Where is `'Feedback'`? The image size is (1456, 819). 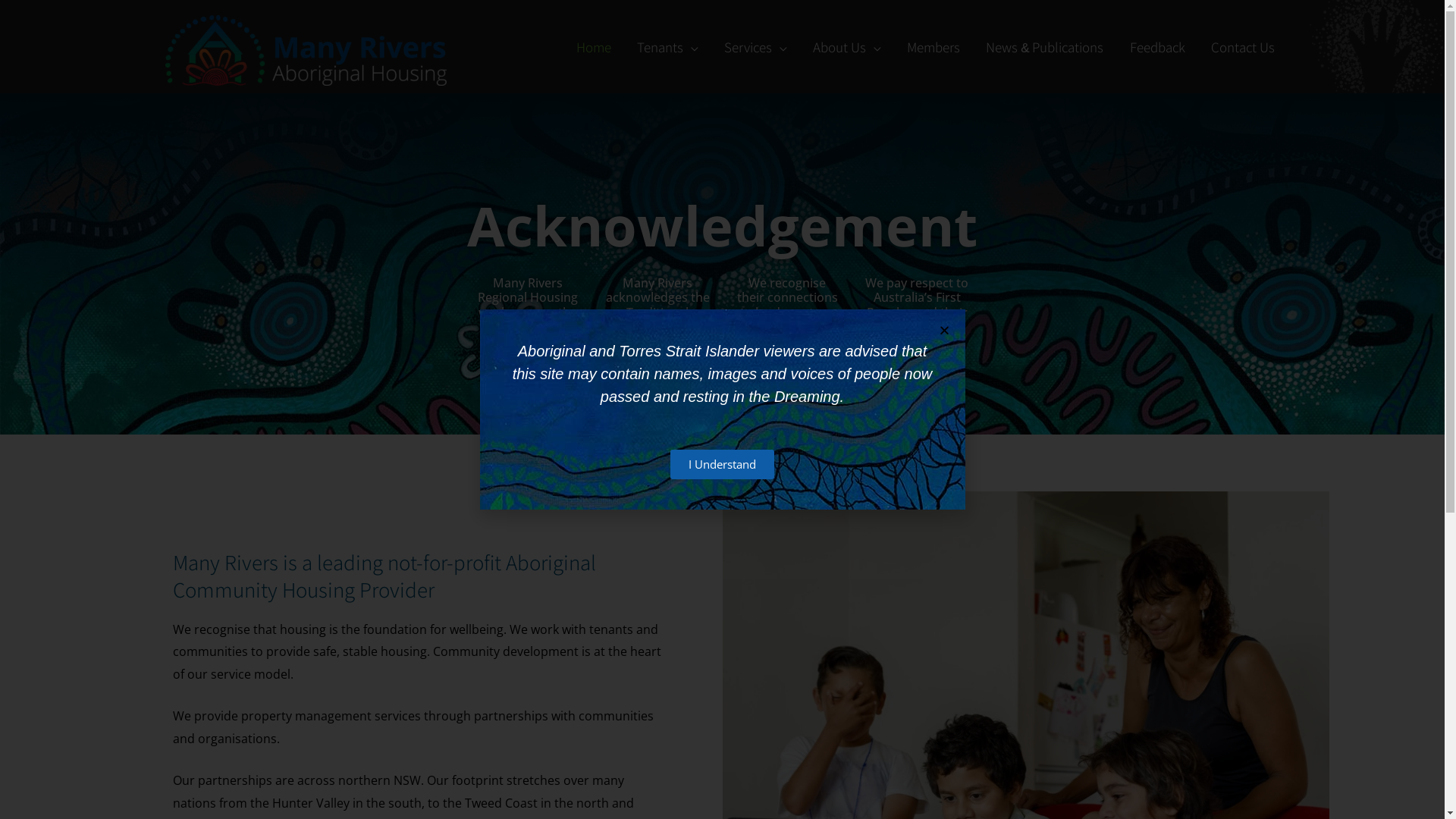 'Feedback' is located at coordinates (1116, 45).